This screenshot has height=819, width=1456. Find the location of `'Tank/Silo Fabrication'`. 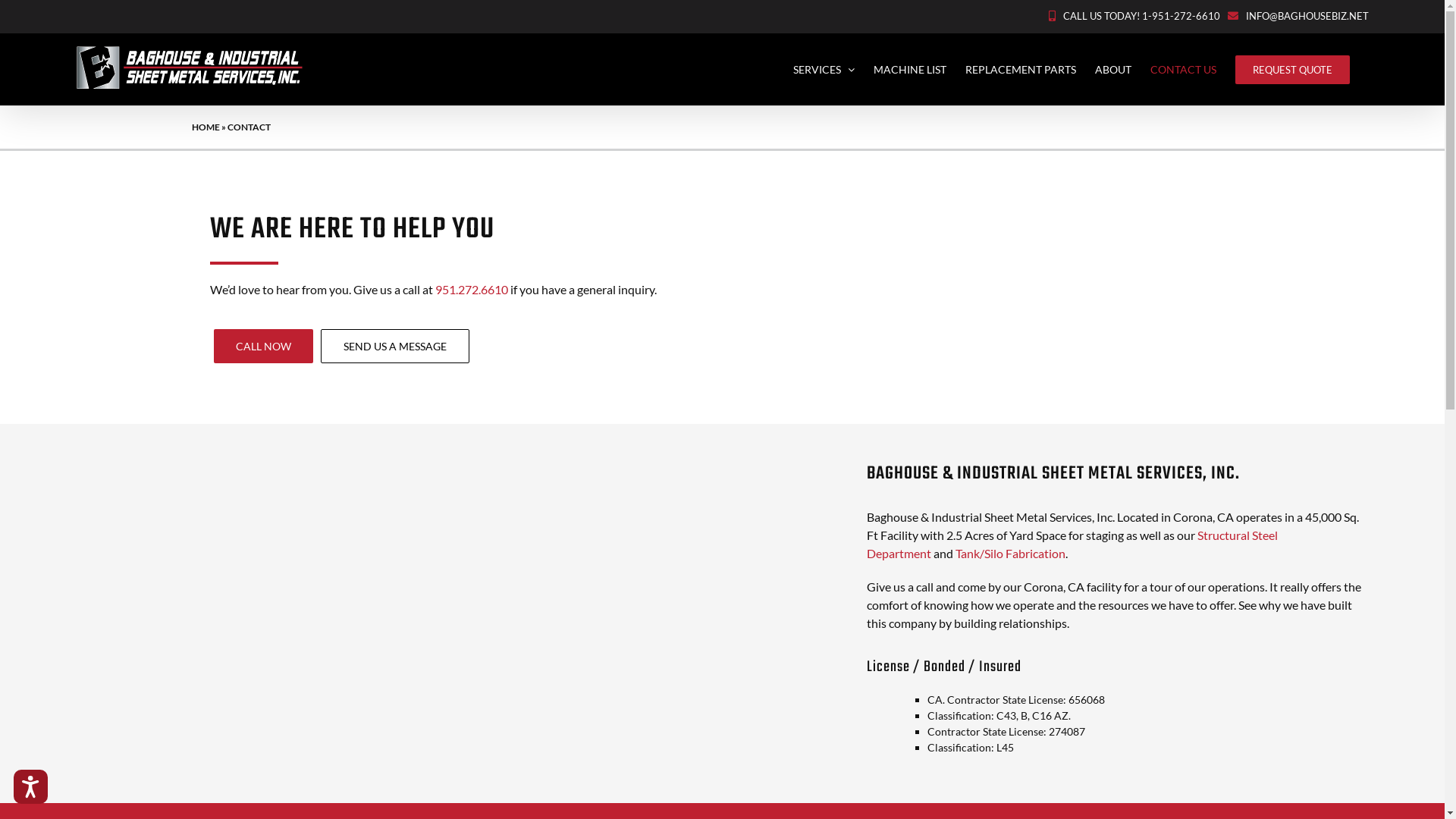

'Tank/Silo Fabrication' is located at coordinates (1010, 553).